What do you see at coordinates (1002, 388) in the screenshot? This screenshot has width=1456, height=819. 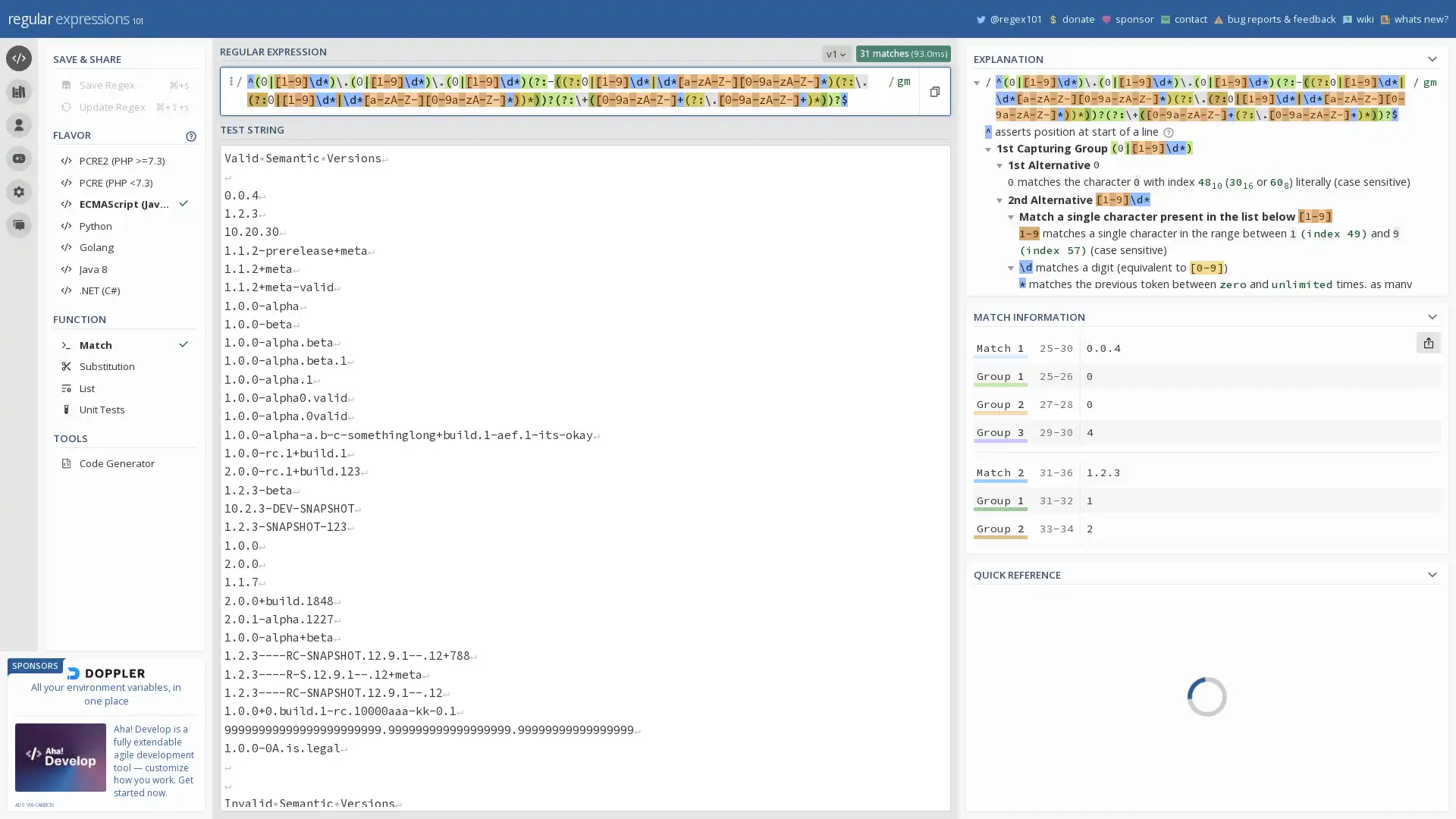 I see `Collapse Subtree` at bounding box center [1002, 388].